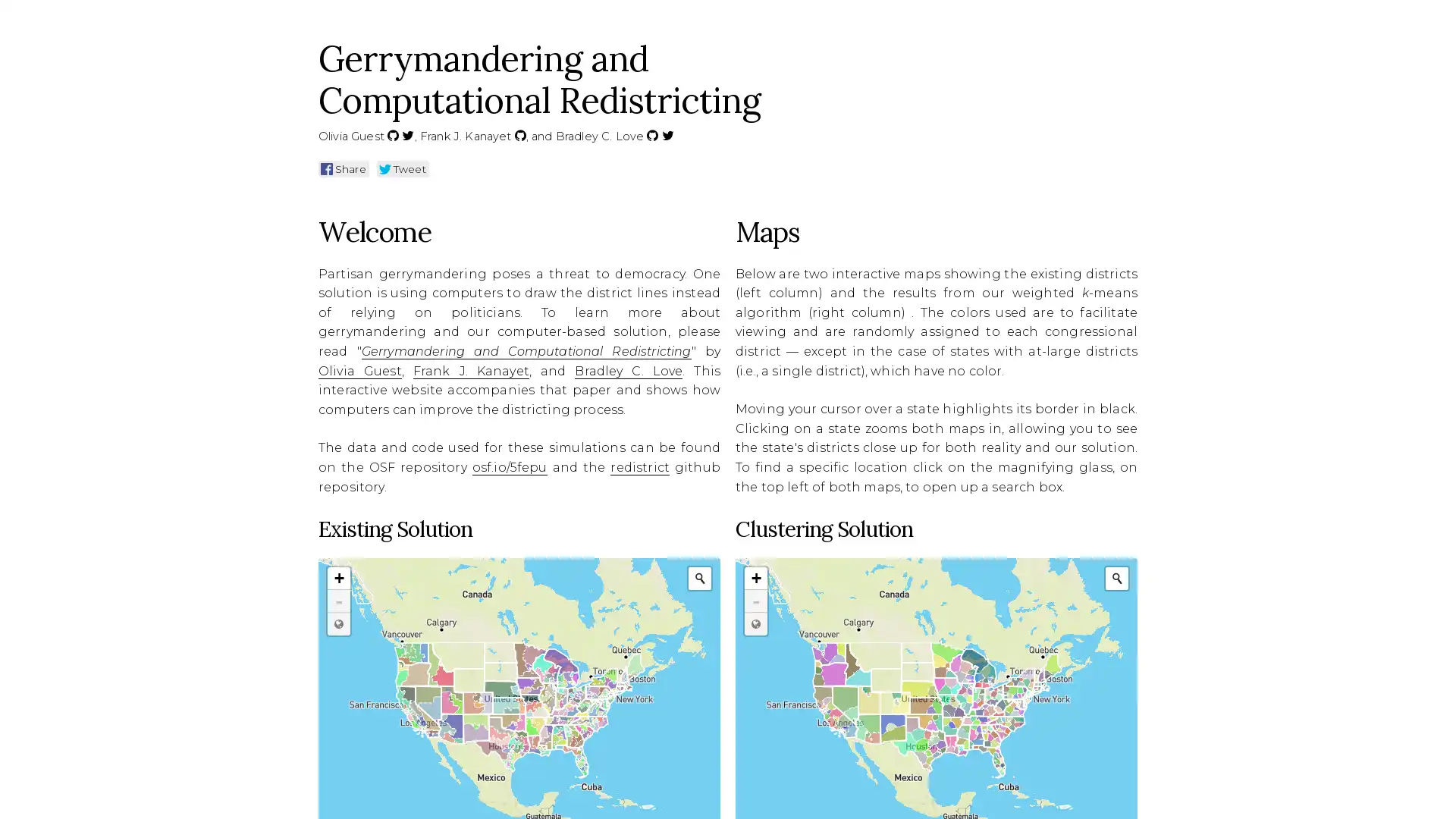  What do you see at coordinates (756, 601) in the screenshot?
I see `Zoom out` at bounding box center [756, 601].